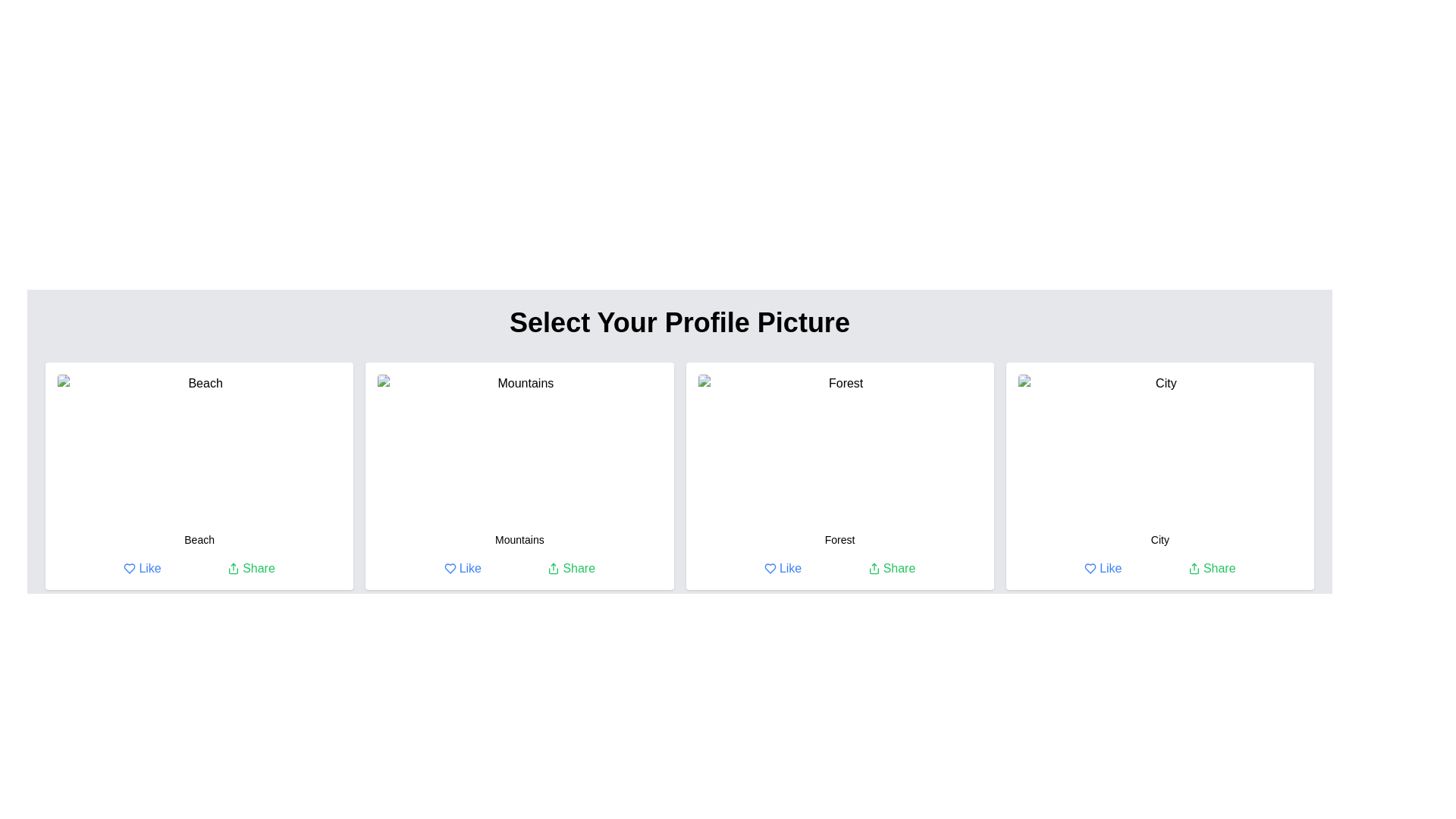  What do you see at coordinates (783, 568) in the screenshot?
I see `the like button located below the 'Forest' image and caption in the 'Select Your Profile Picture' interface to register your preference for the image` at bounding box center [783, 568].